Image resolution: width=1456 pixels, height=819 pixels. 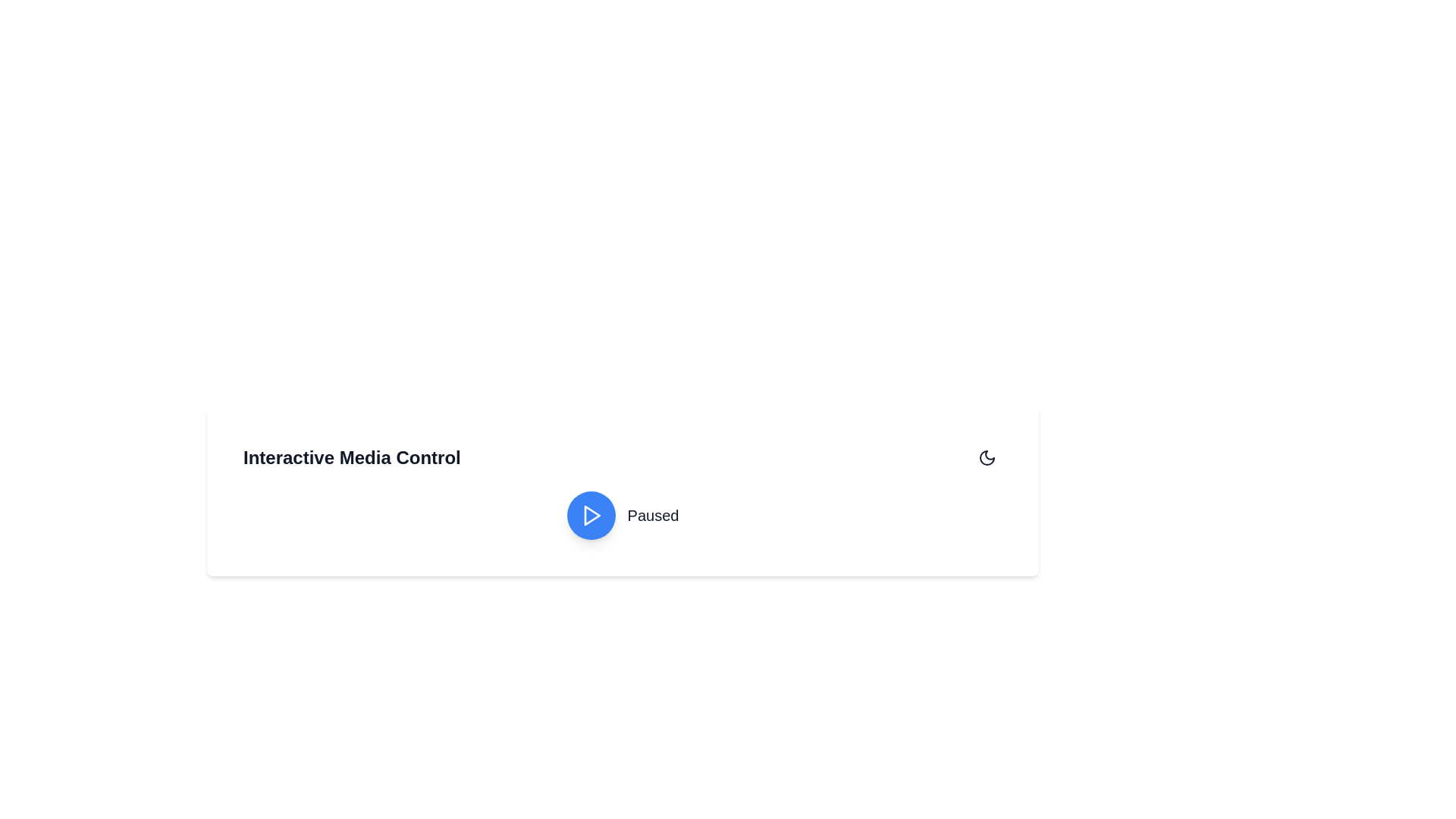 What do you see at coordinates (591, 514) in the screenshot?
I see `the triangular play icon inside the circular button labeled 'Paused'` at bounding box center [591, 514].